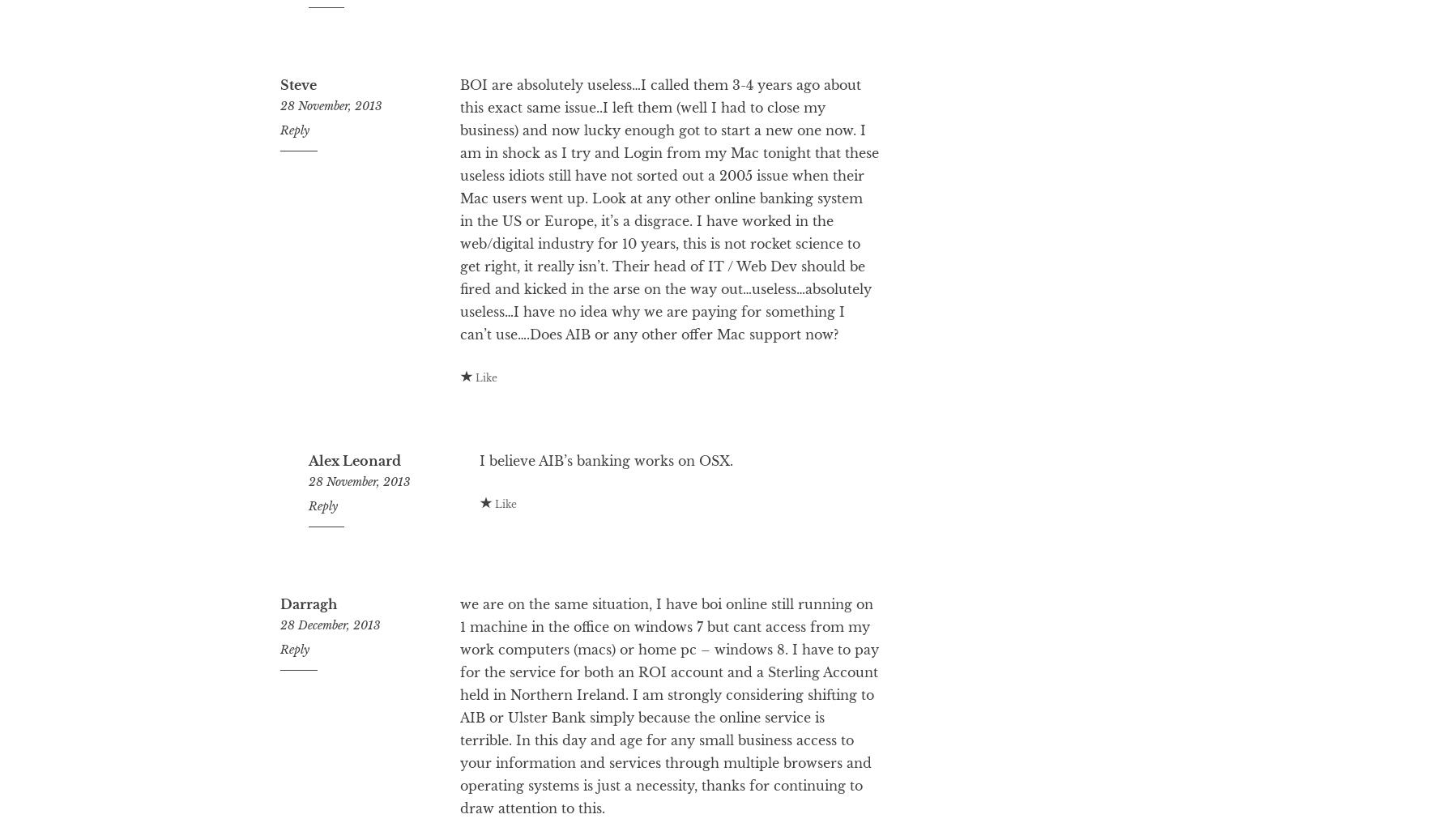 The width and height of the screenshot is (1442, 840). What do you see at coordinates (298, 149) in the screenshot?
I see `'Steve'` at bounding box center [298, 149].